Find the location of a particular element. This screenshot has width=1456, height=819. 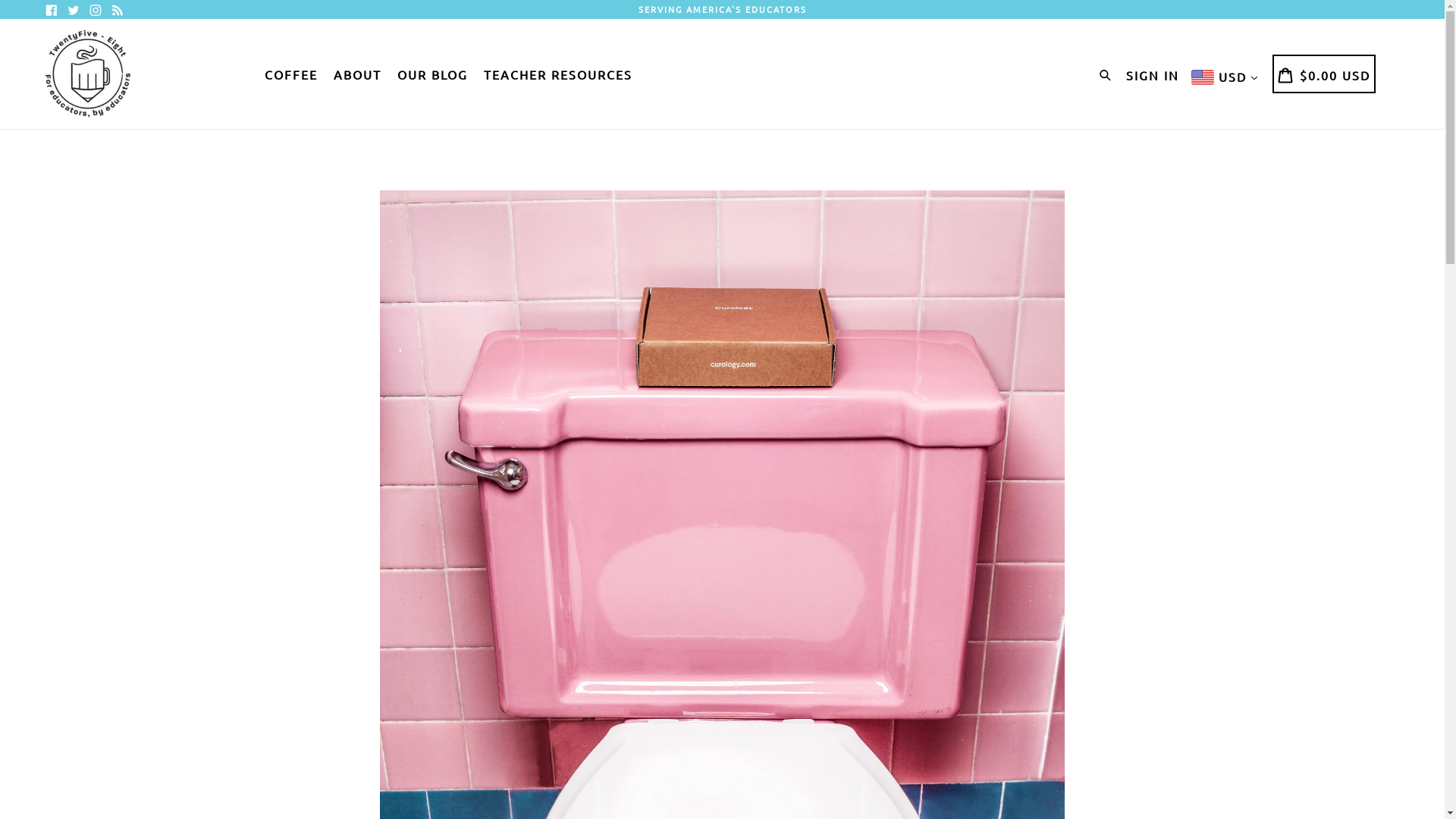

'Facebook' is located at coordinates (41, 10).